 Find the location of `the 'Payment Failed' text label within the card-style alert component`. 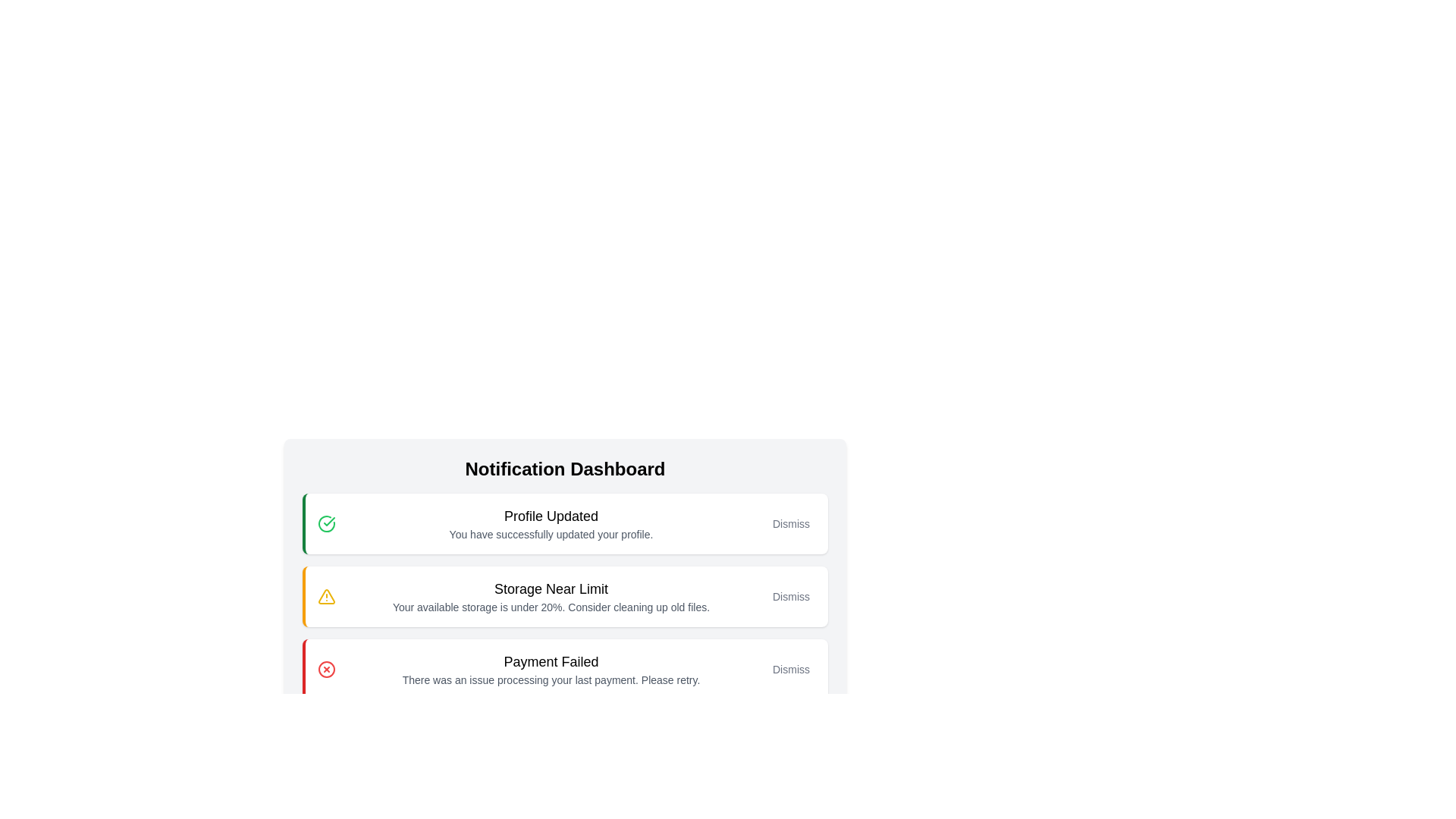

the 'Payment Failed' text label within the card-style alert component is located at coordinates (550, 669).